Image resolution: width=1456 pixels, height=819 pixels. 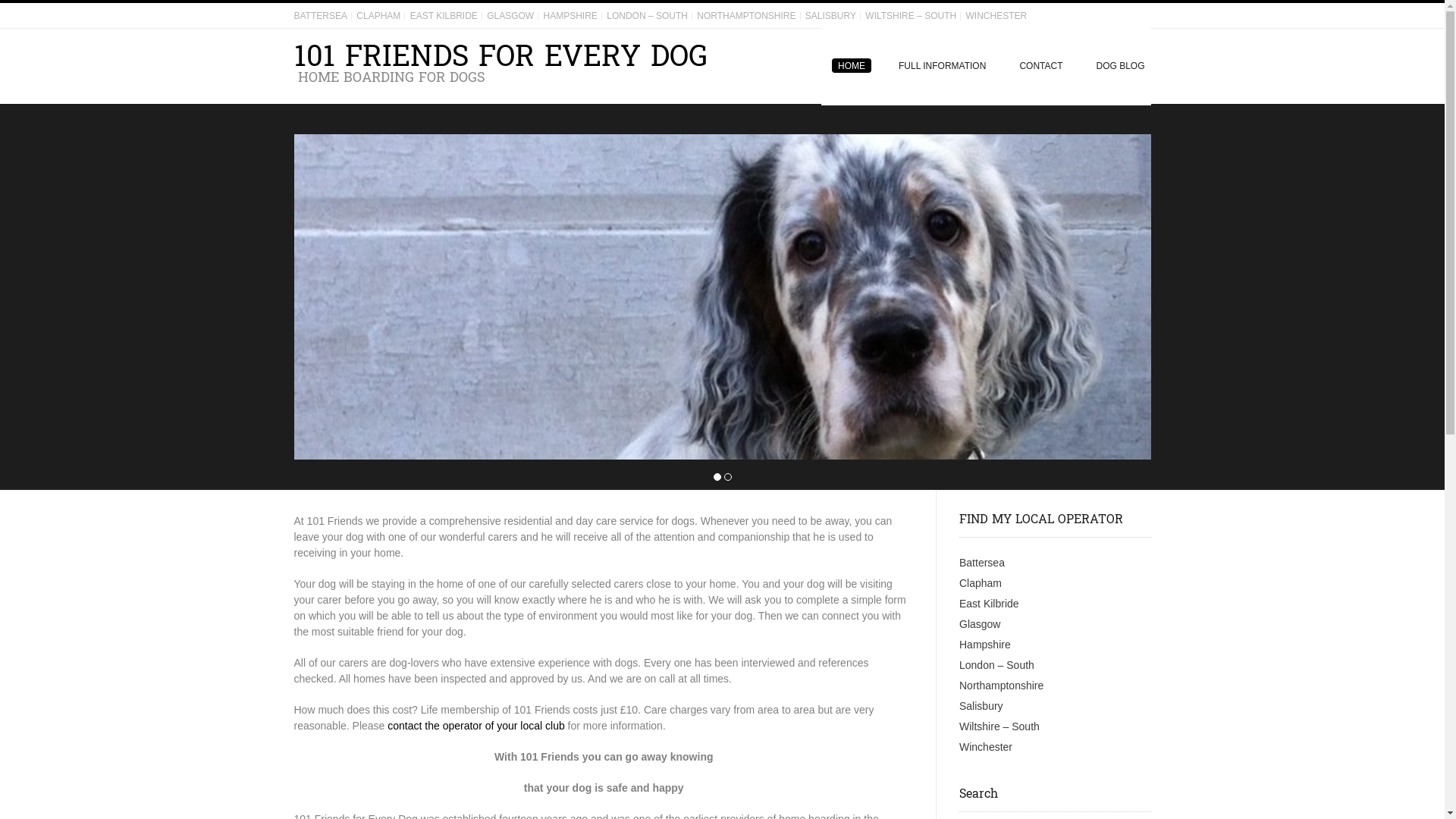 I want to click on 'CONTACT', so click(x=1040, y=65).